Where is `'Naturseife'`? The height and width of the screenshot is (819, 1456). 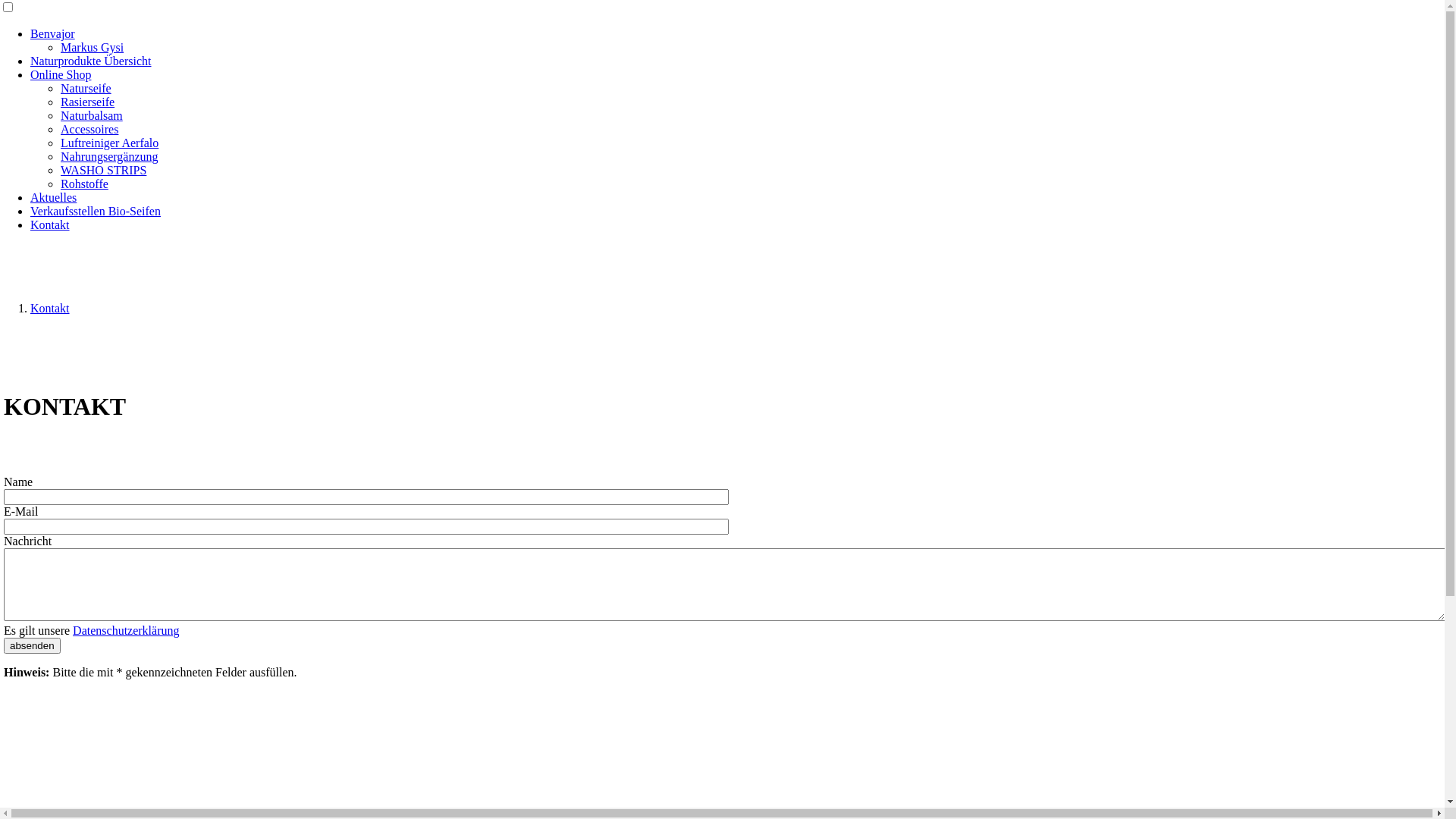 'Naturseife' is located at coordinates (85, 88).